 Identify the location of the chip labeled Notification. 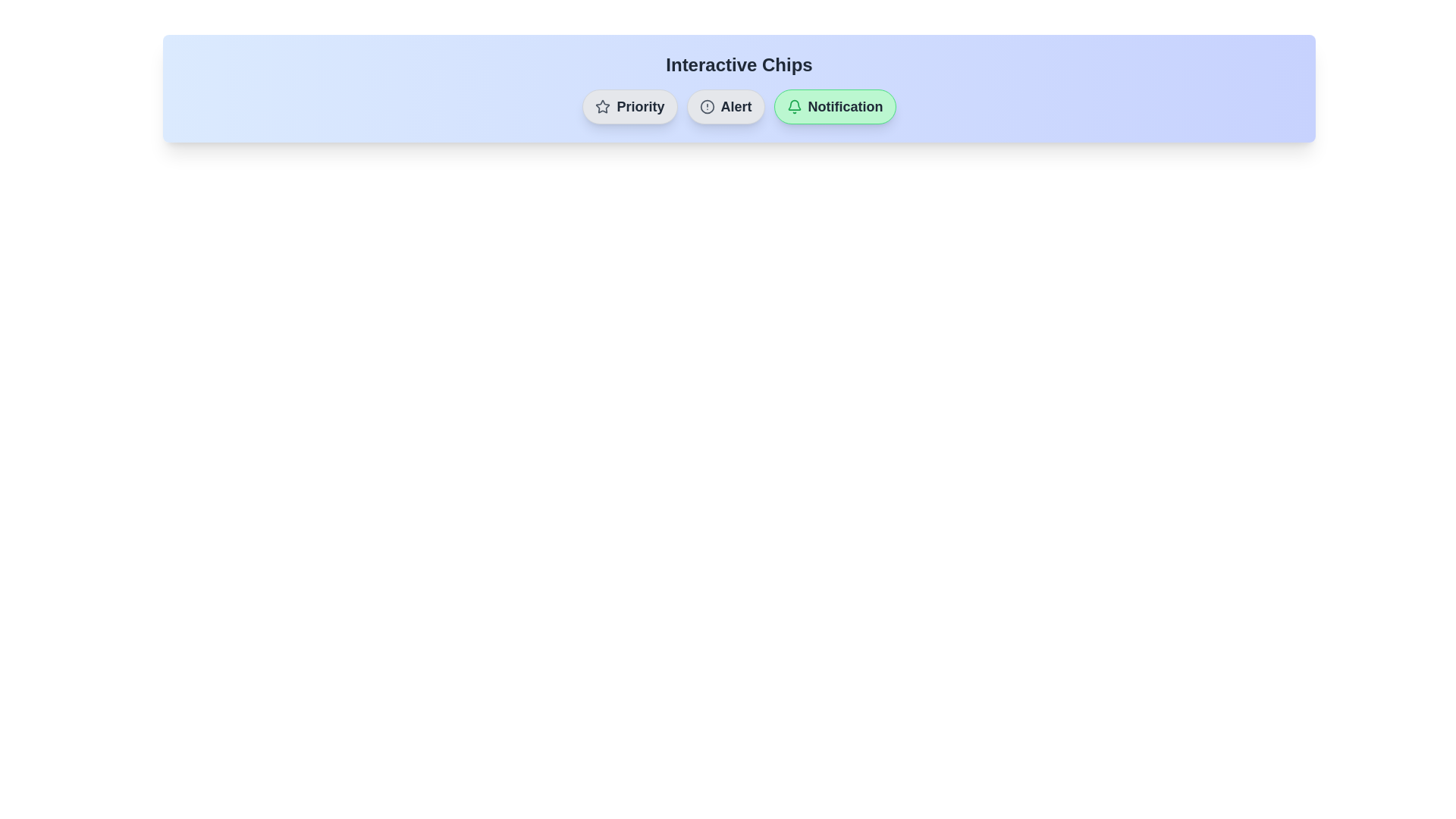
(833, 106).